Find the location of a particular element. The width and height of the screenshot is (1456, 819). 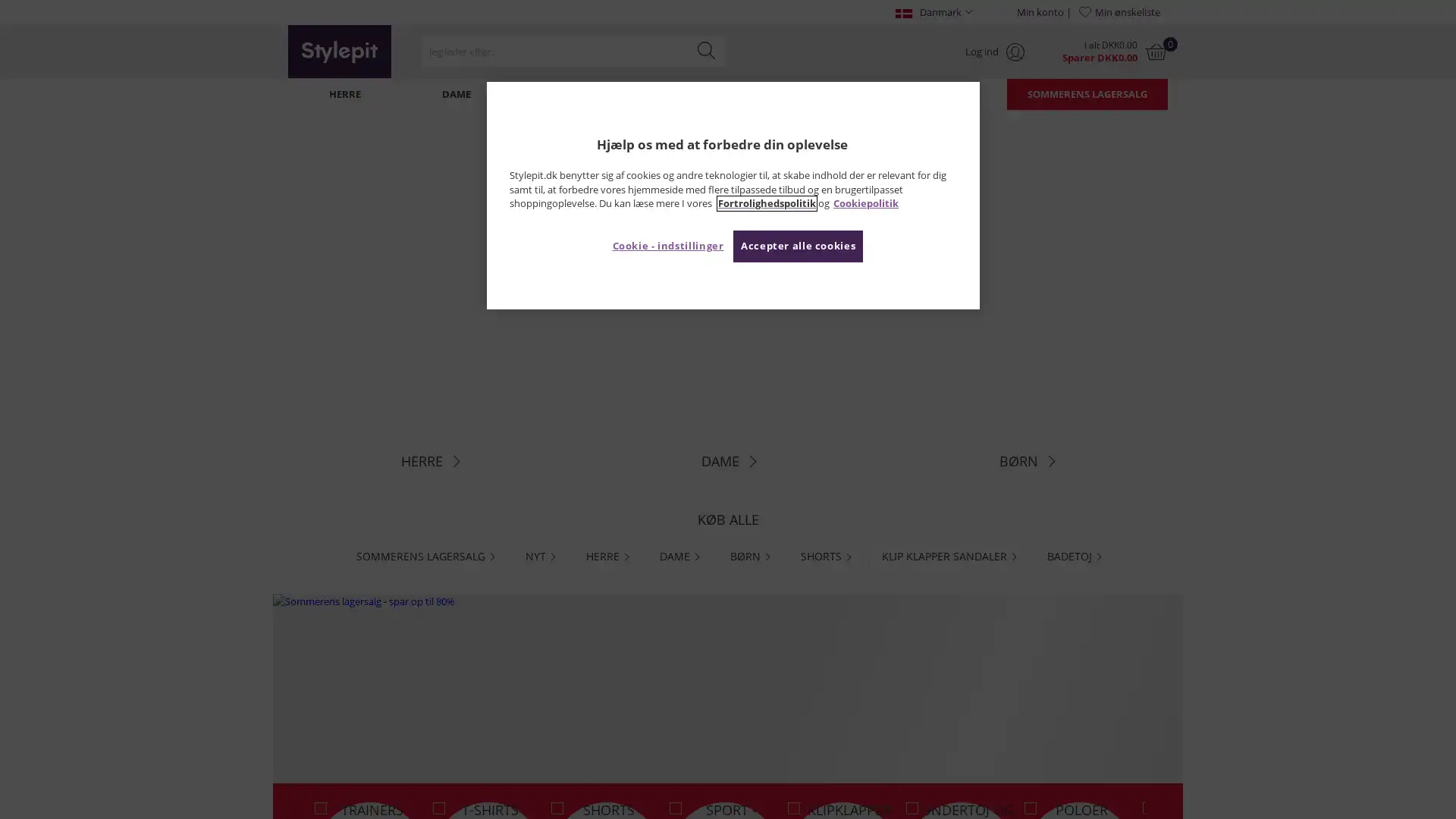

Accepter alle cookies is located at coordinates (797, 245).